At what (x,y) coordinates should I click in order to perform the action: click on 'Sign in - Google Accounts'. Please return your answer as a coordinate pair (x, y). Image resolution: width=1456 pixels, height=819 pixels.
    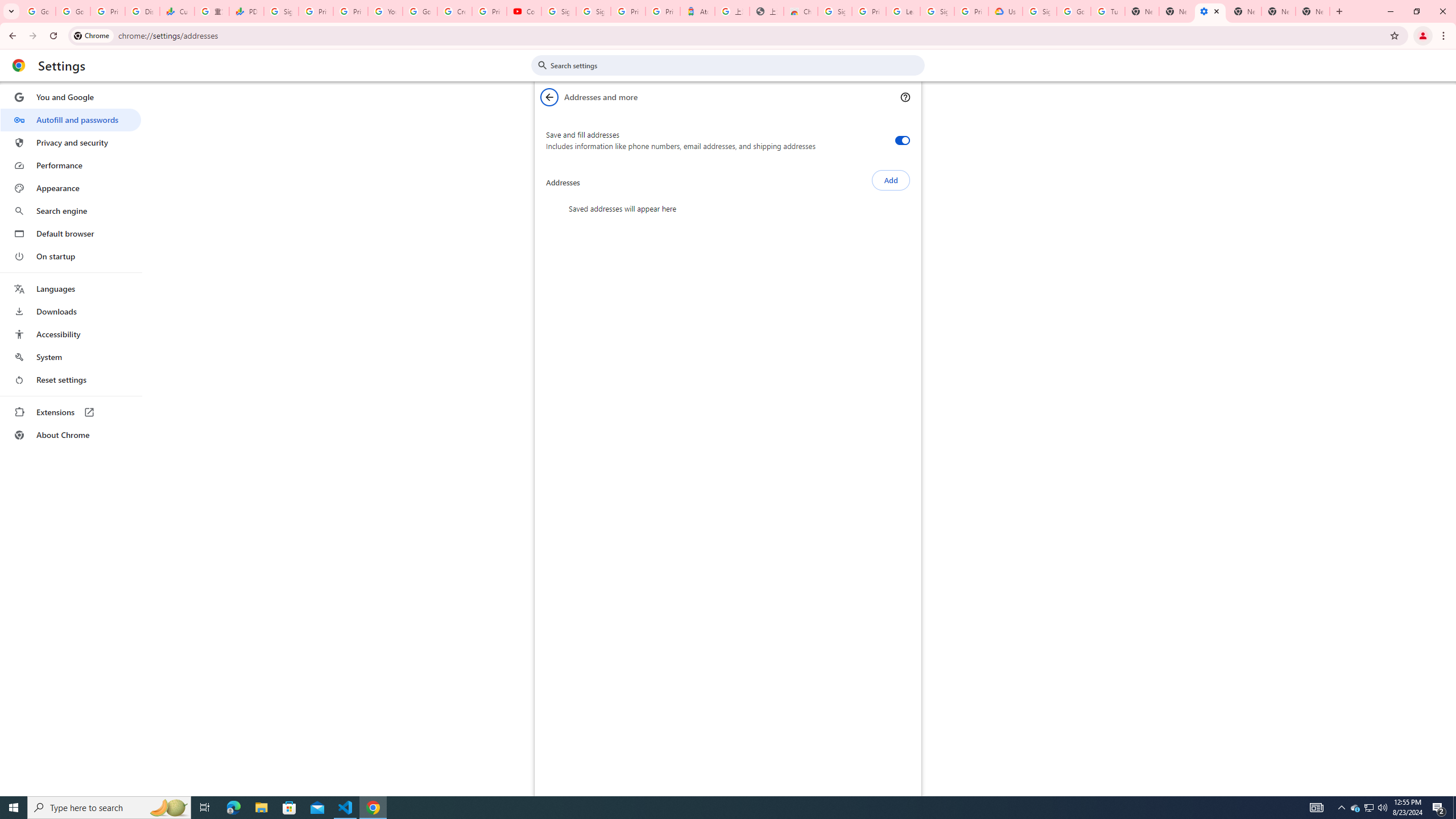
    Looking at the image, I should click on (593, 11).